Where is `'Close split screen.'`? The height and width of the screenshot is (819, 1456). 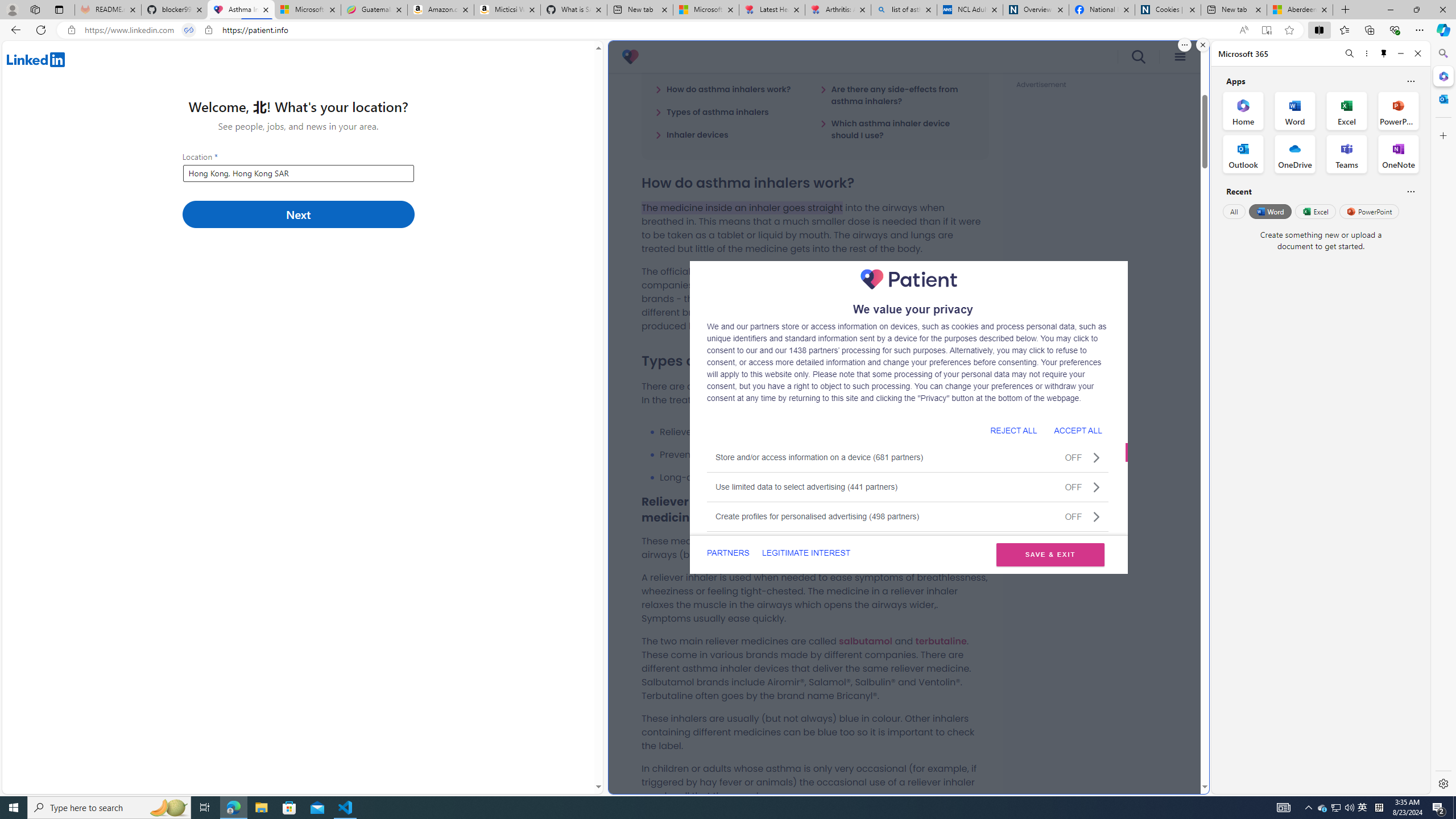 'Close split screen.' is located at coordinates (1202, 44).